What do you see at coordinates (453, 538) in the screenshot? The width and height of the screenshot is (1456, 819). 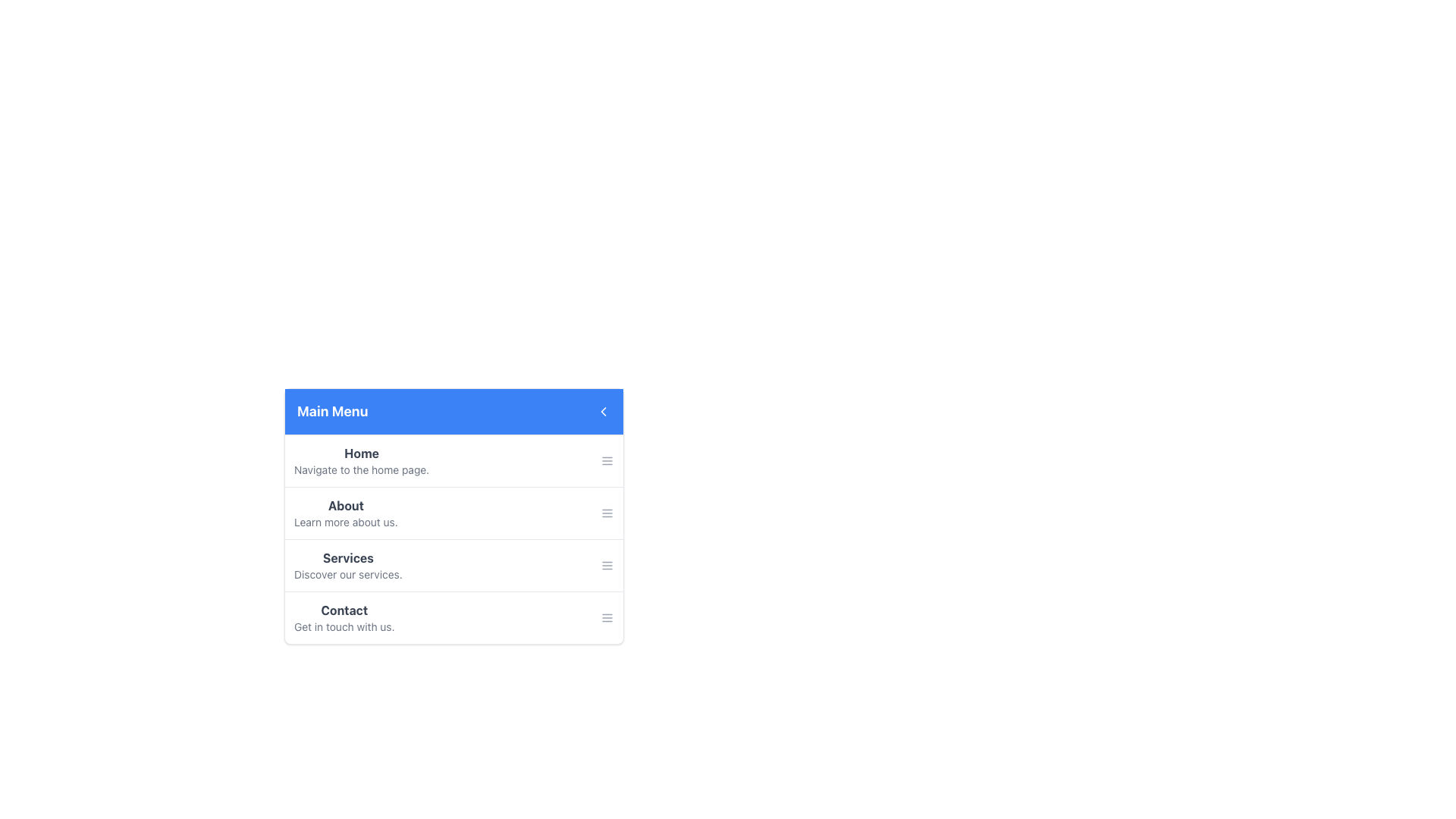 I see `to select the 'About' submenu item in the Main Menu panel, which is the second item in the list of four options` at bounding box center [453, 538].